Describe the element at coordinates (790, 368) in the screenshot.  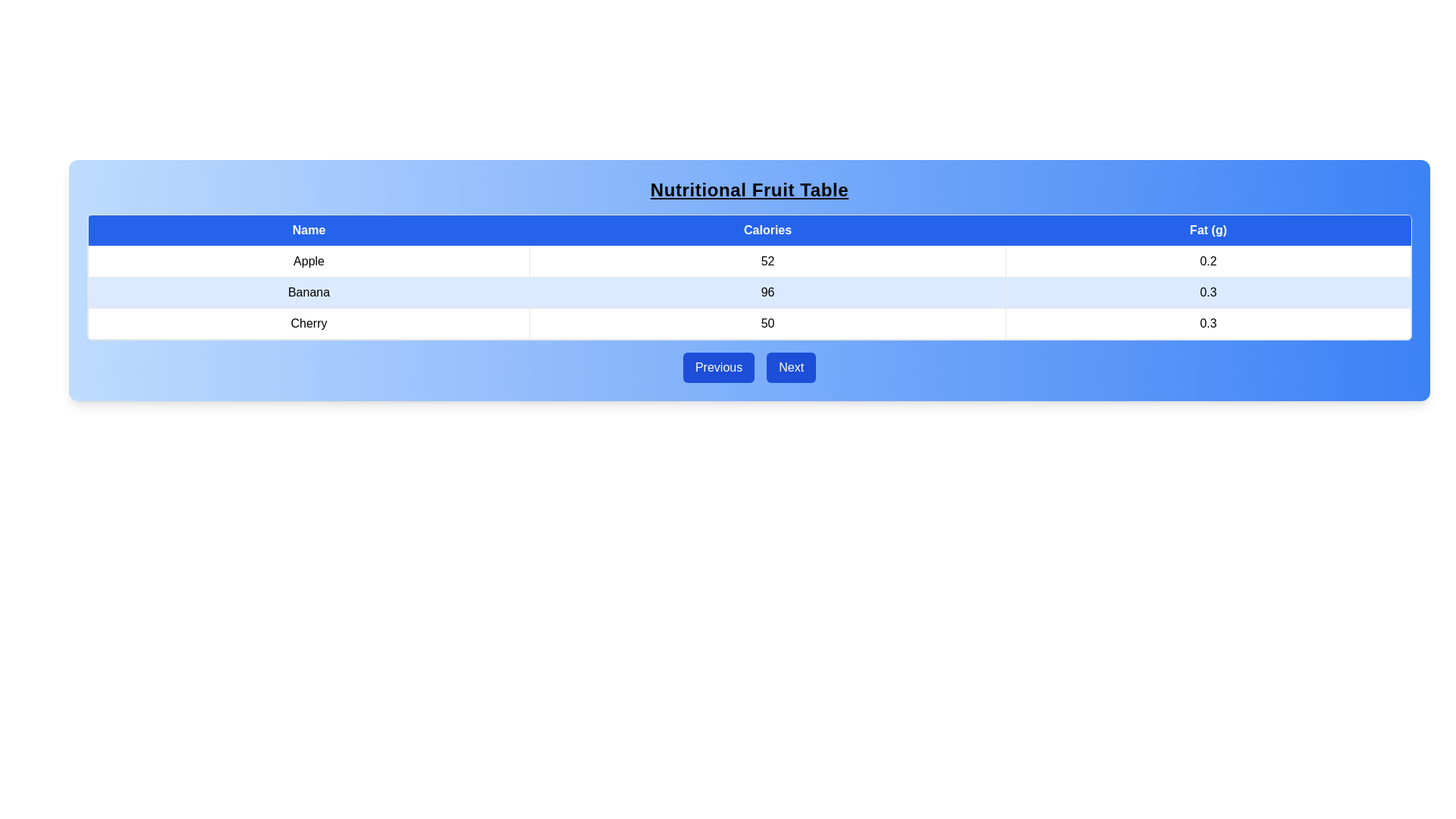
I see `the button located at the bottom-right corner beneath the table, which changes color when hovered over` at that location.